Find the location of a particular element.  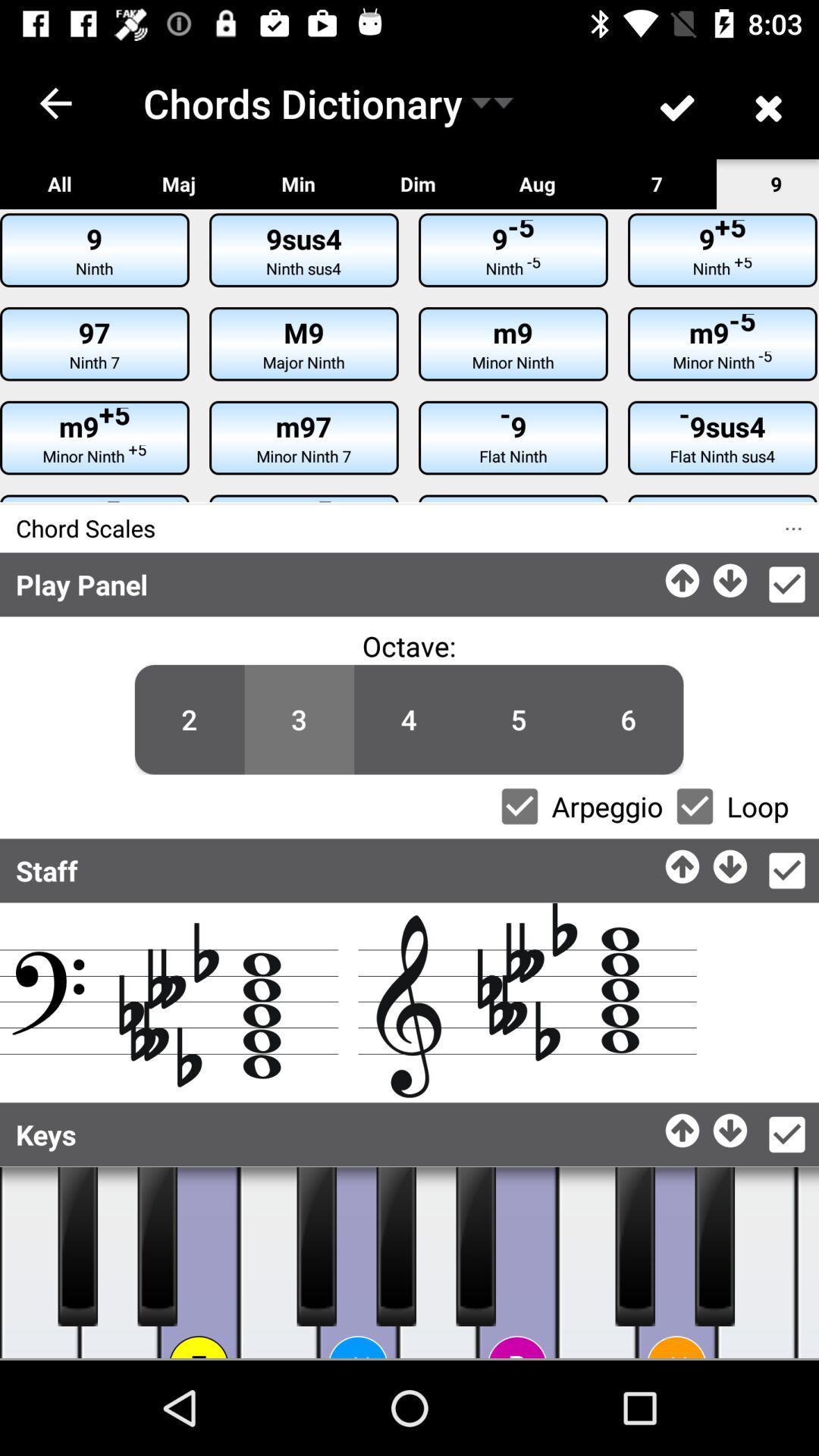

button is located at coordinates (395, 1246).